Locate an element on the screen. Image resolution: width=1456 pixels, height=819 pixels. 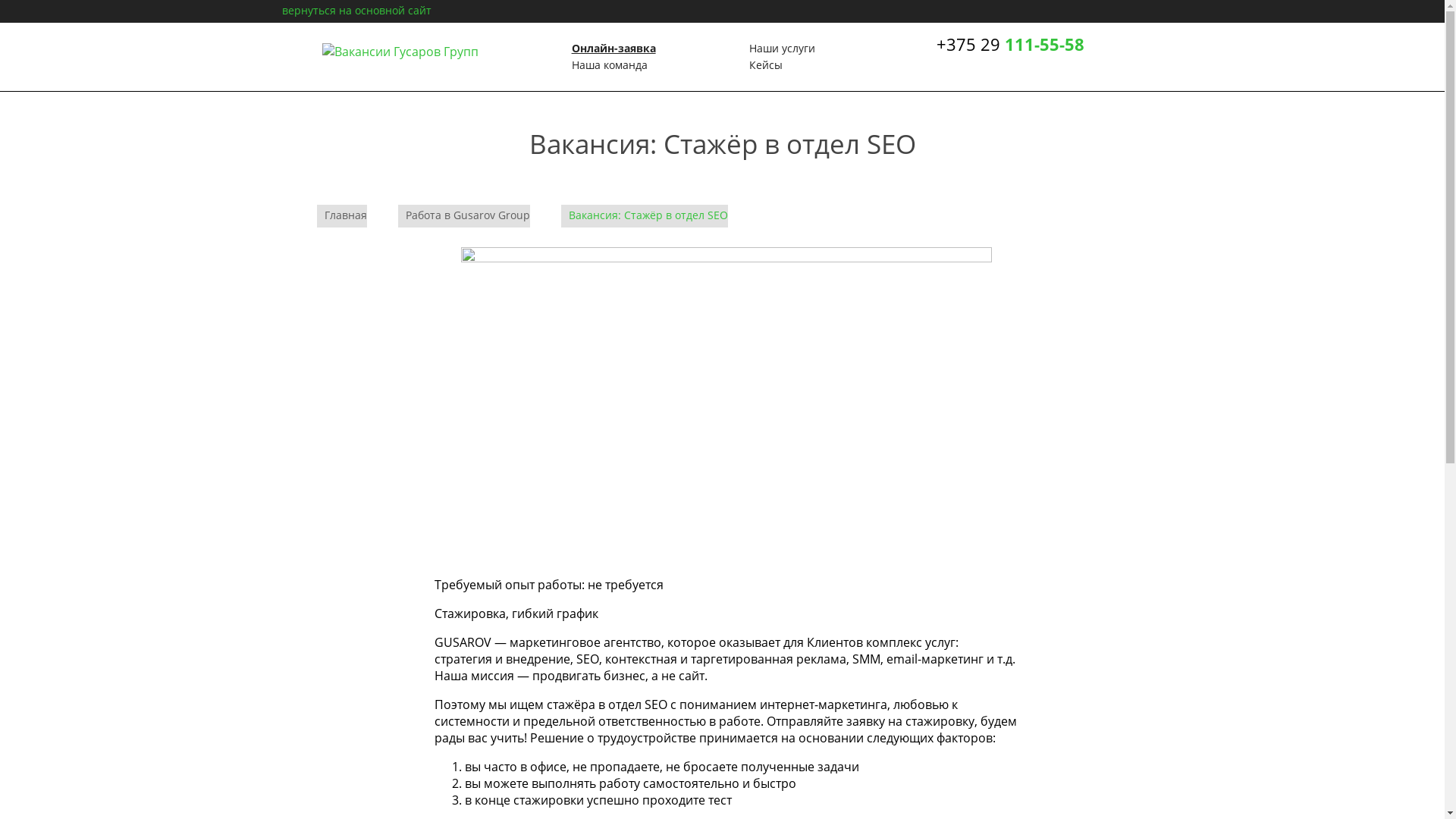
'+375 29 111-55-58' is located at coordinates (1010, 42).